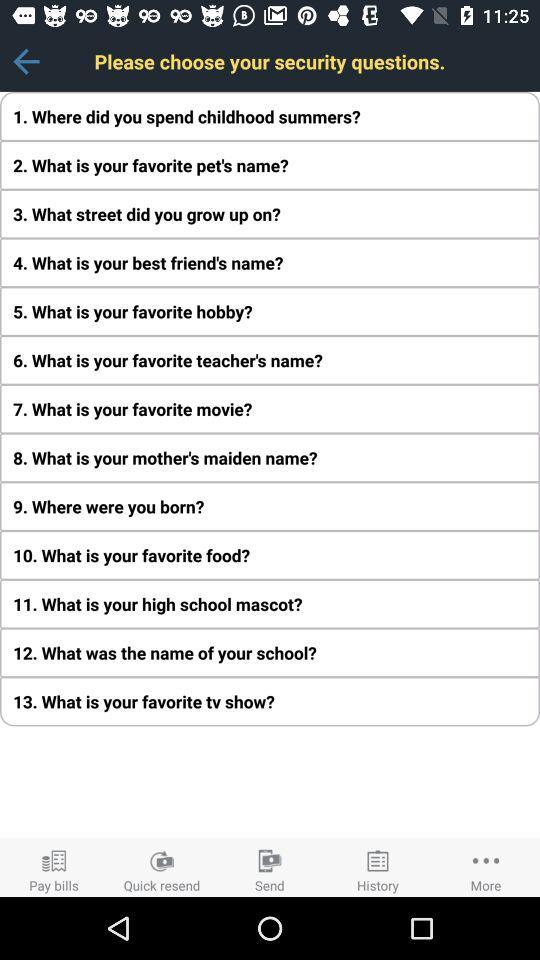  What do you see at coordinates (25, 61) in the screenshot?
I see `the icon on the top left corner` at bounding box center [25, 61].